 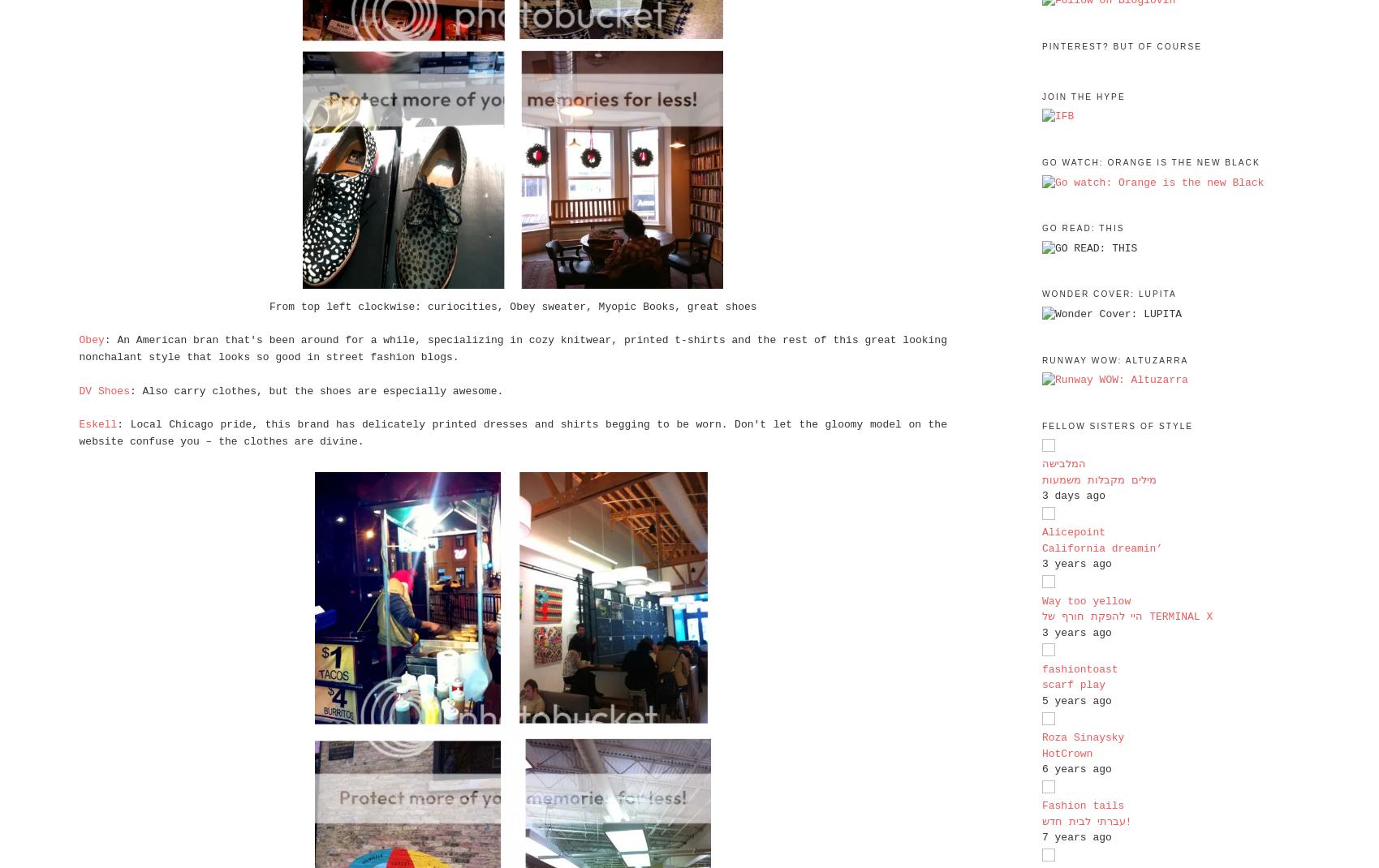 What do you see at coordinates (1076, 700) in the screenshot?
I see `'5 years ago'` at bounding box center [1076, 700].